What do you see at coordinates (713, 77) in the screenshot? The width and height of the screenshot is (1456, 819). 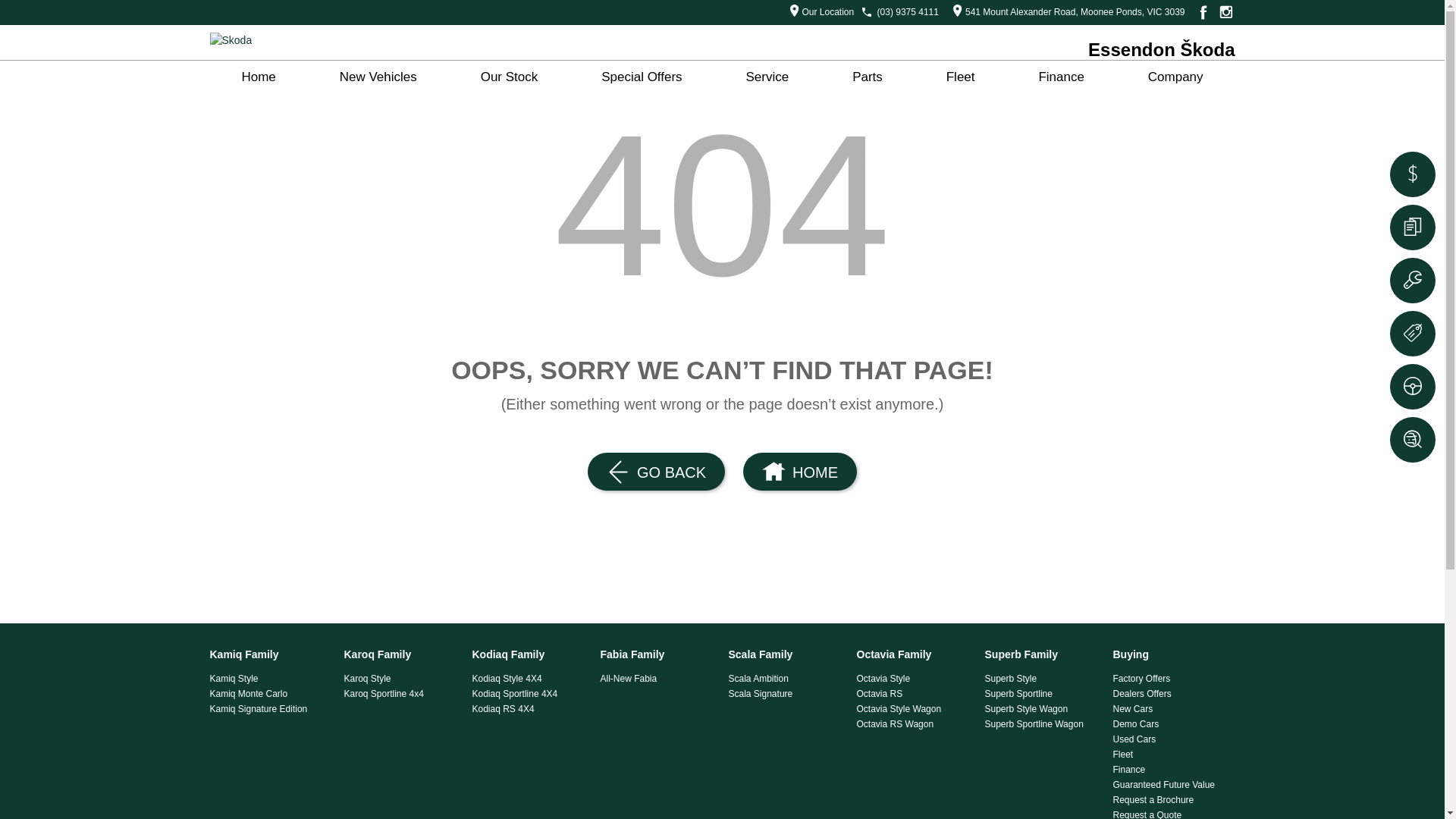 I see `'Service'` at bounding box center [713, 77].